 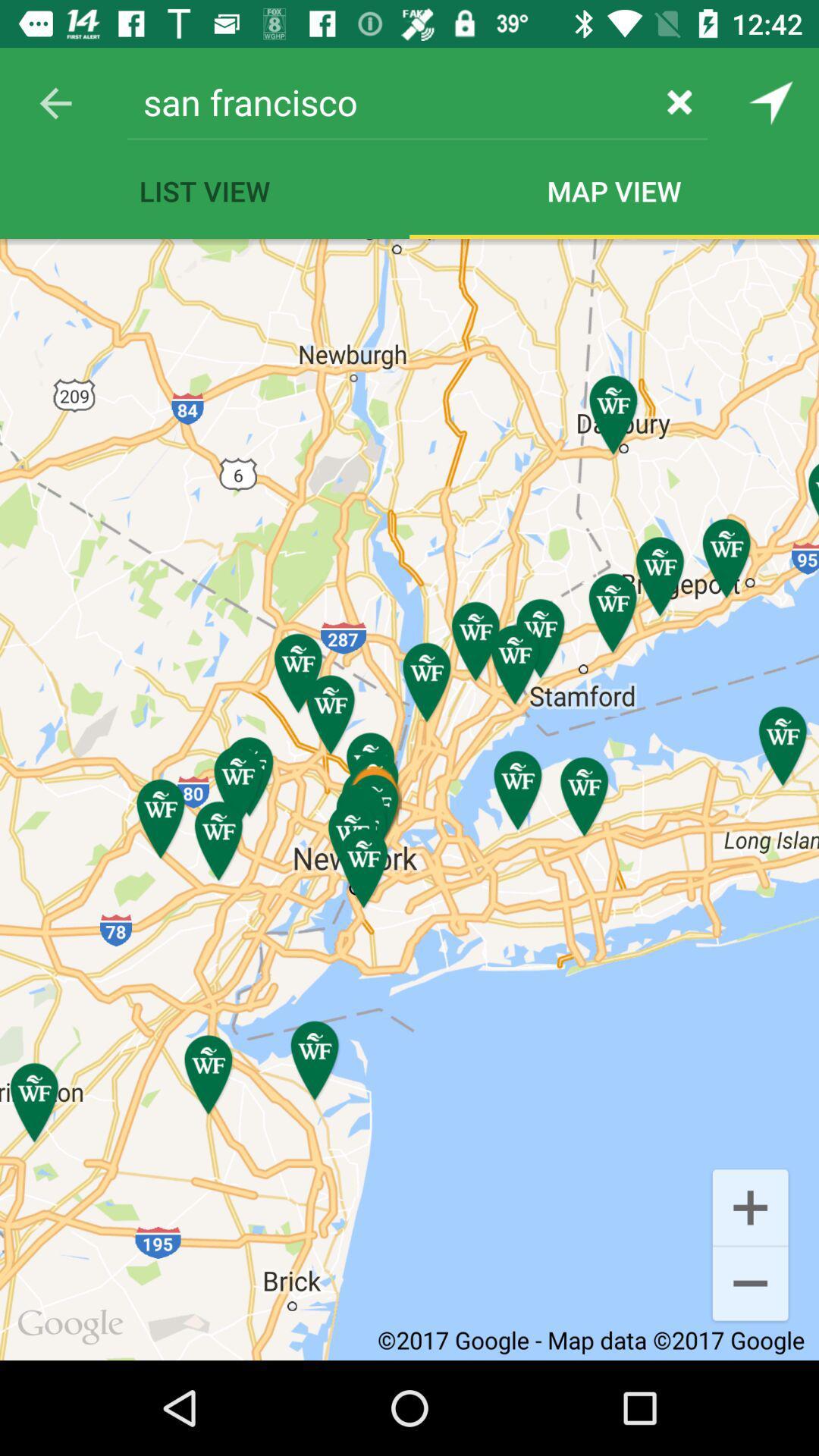 What do you see at coordinates (388, 101) in the screenshot?
I see `the san francisco icon` at bounding box center [388, 101].